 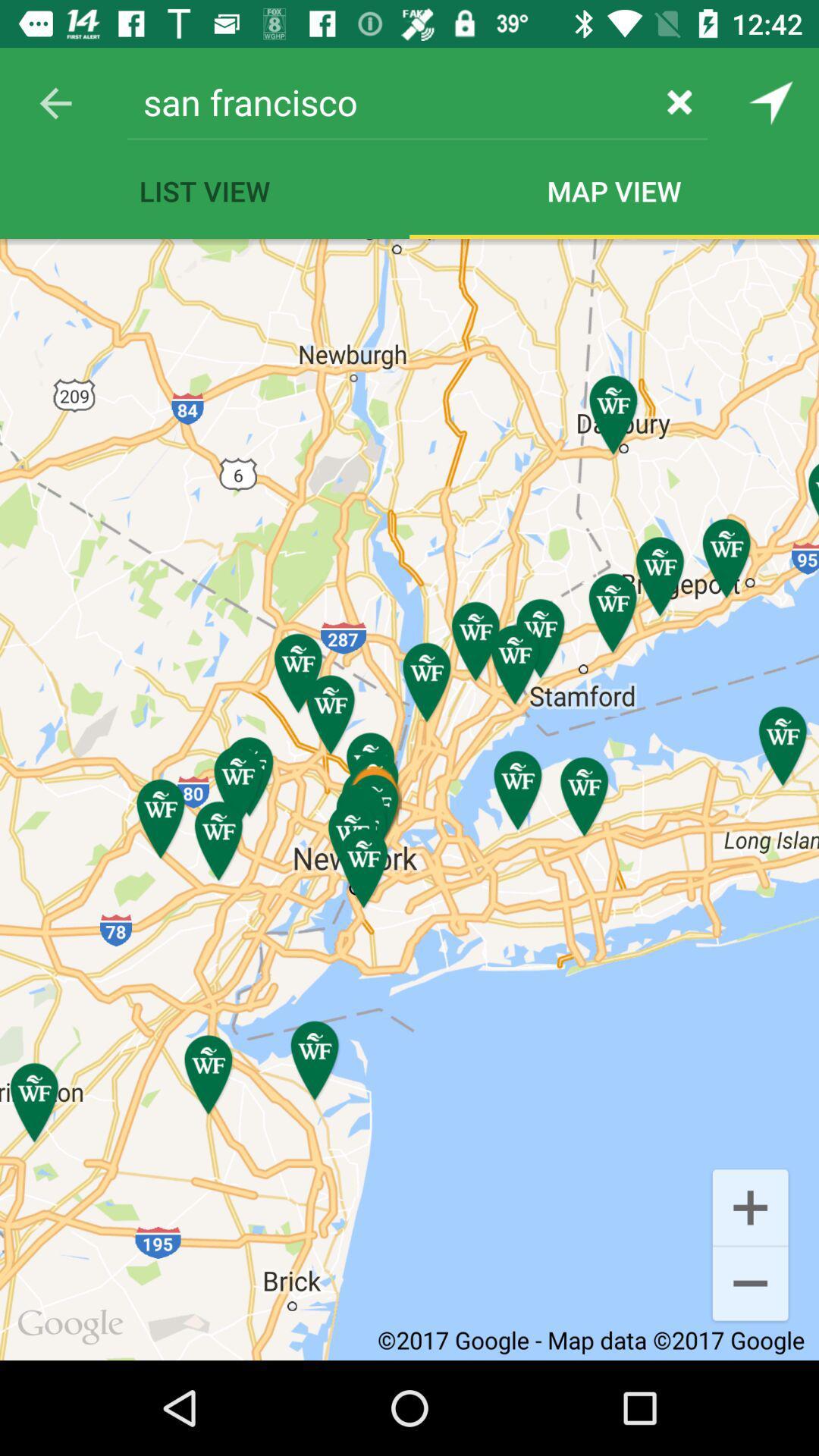 What do you see at coordinates (388, 101) in the screenshot?
I see `the san francisco icon` at bounding box center [388, 101].